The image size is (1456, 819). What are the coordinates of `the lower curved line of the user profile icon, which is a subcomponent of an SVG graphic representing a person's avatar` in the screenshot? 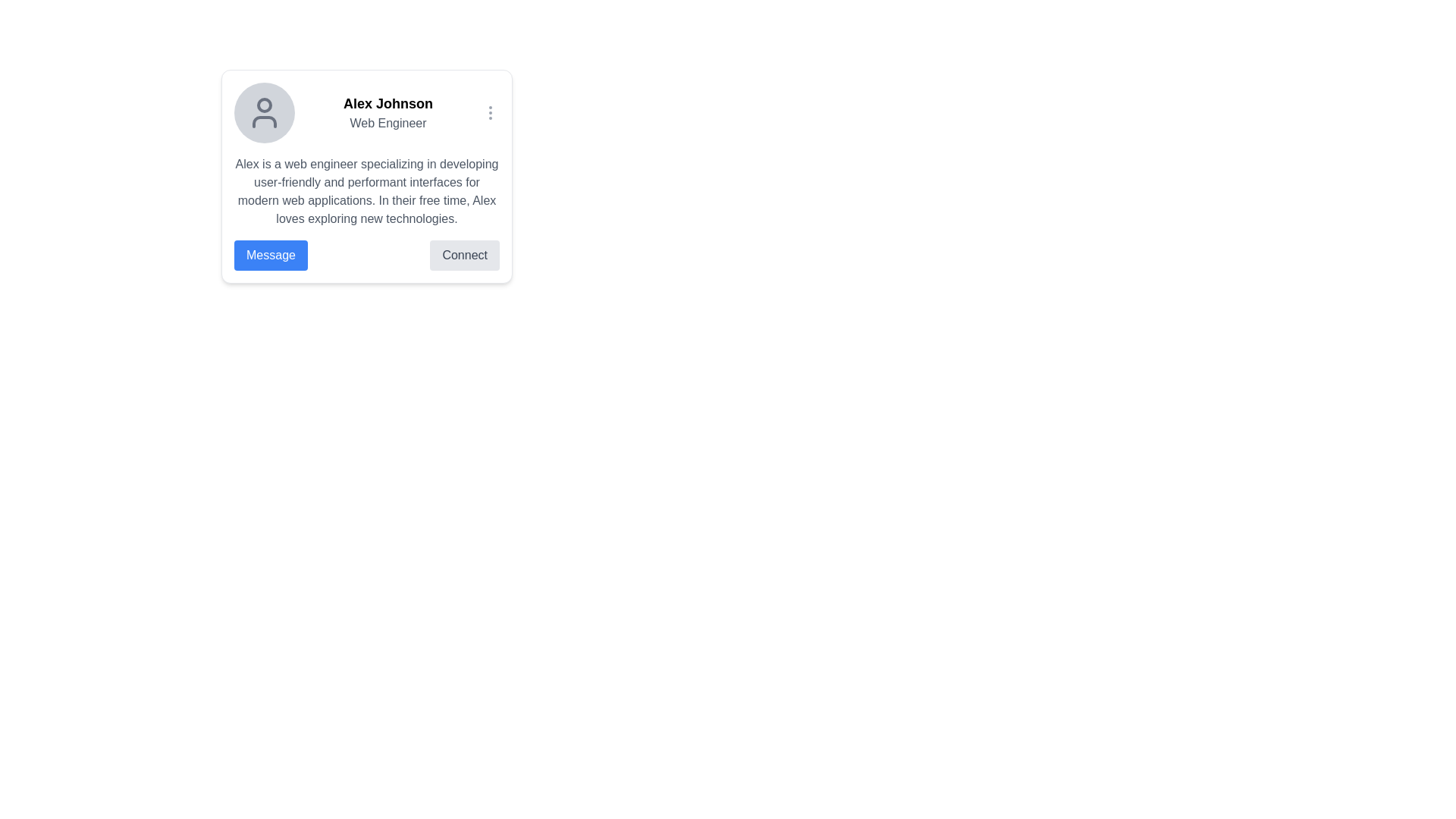 It's located at (265, 121).